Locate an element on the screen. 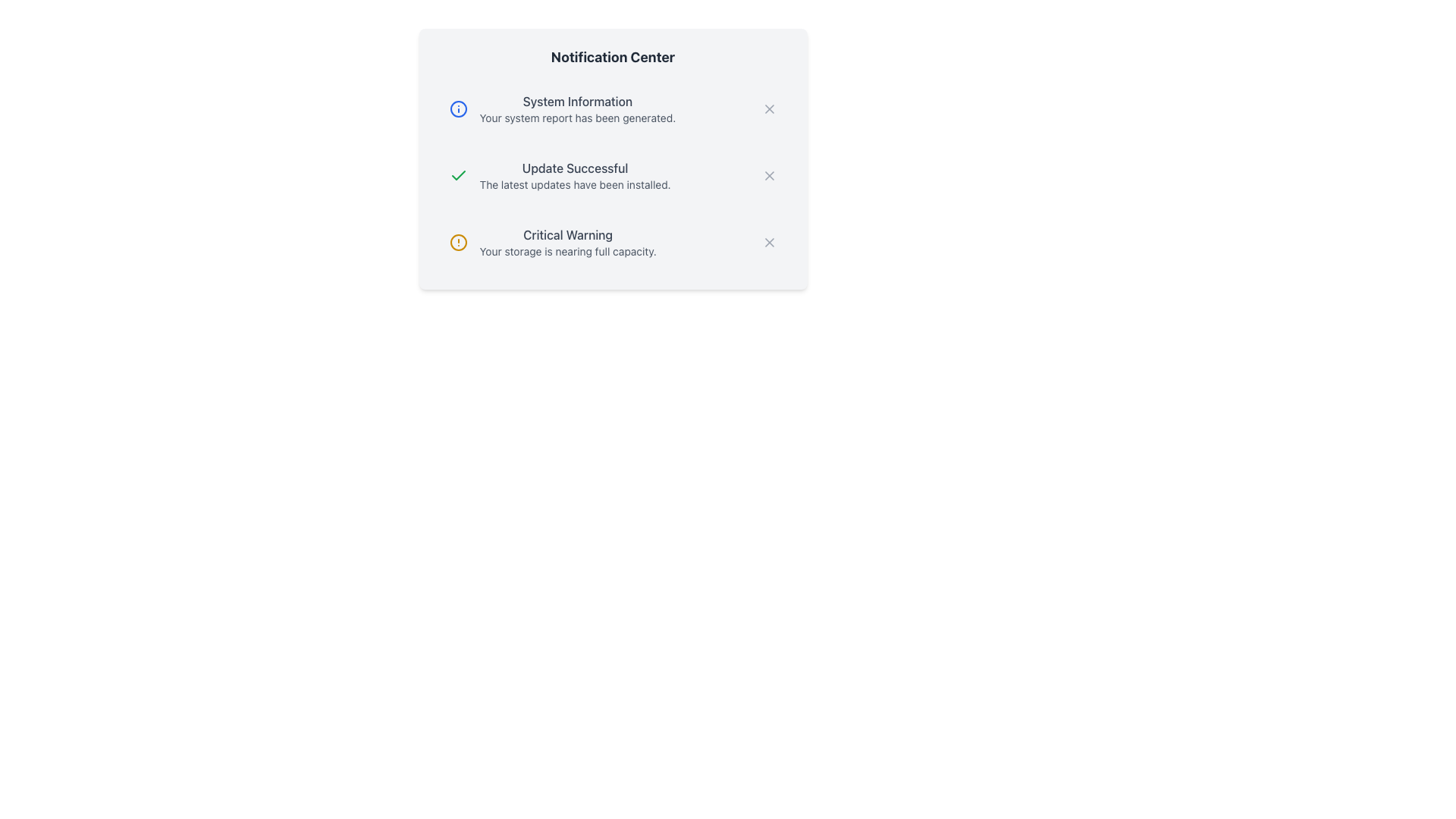  the 'X' icon button in gray tones located in the top-right corner of the 'Critical Warning' notification panel to change its color is located at coordinates (769, 242).